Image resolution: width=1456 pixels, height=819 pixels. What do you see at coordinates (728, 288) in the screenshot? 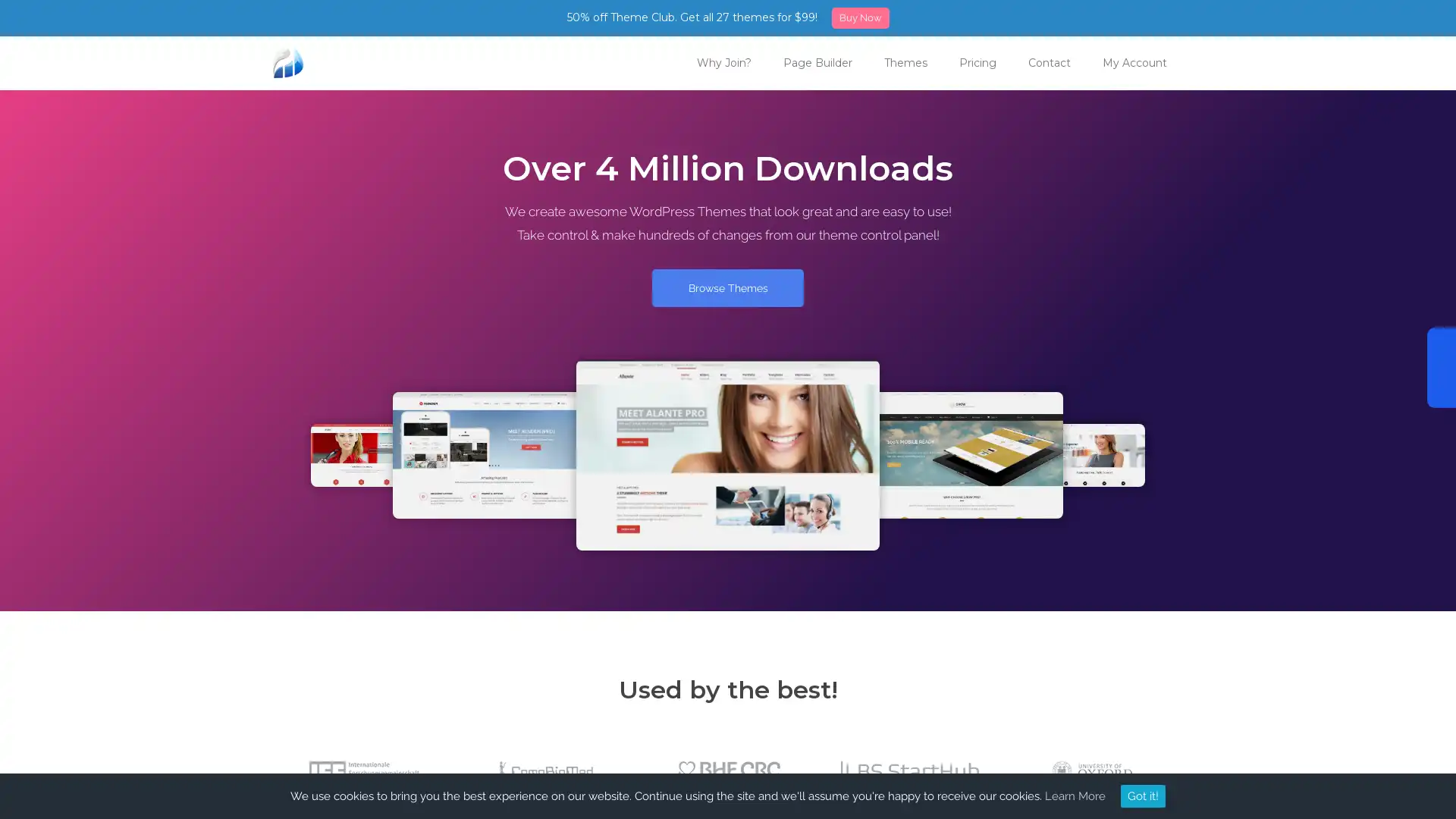
I see `Browse Themes` at bounding box center [728, 288].